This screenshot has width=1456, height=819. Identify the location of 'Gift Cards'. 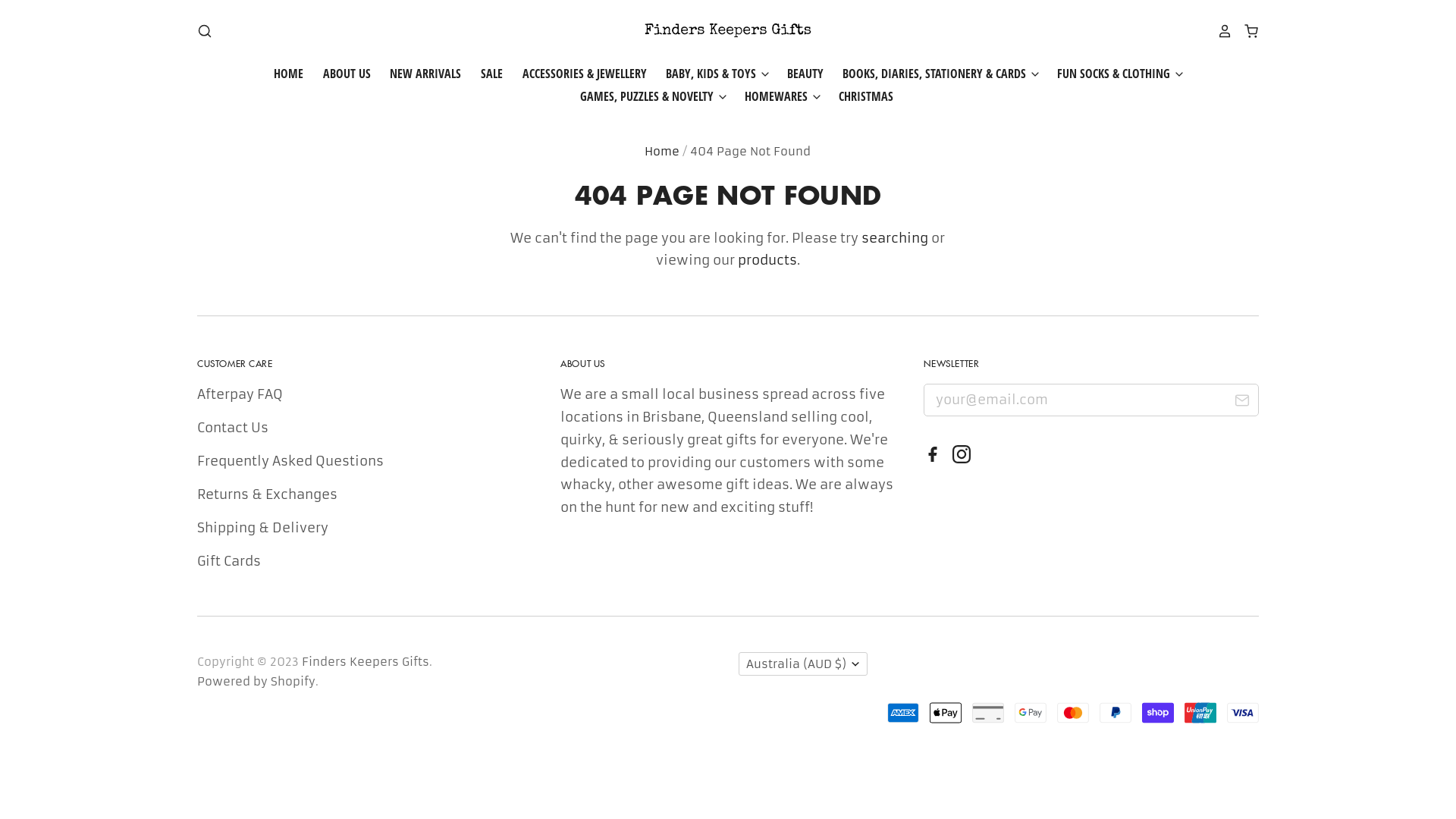
(196, 561).